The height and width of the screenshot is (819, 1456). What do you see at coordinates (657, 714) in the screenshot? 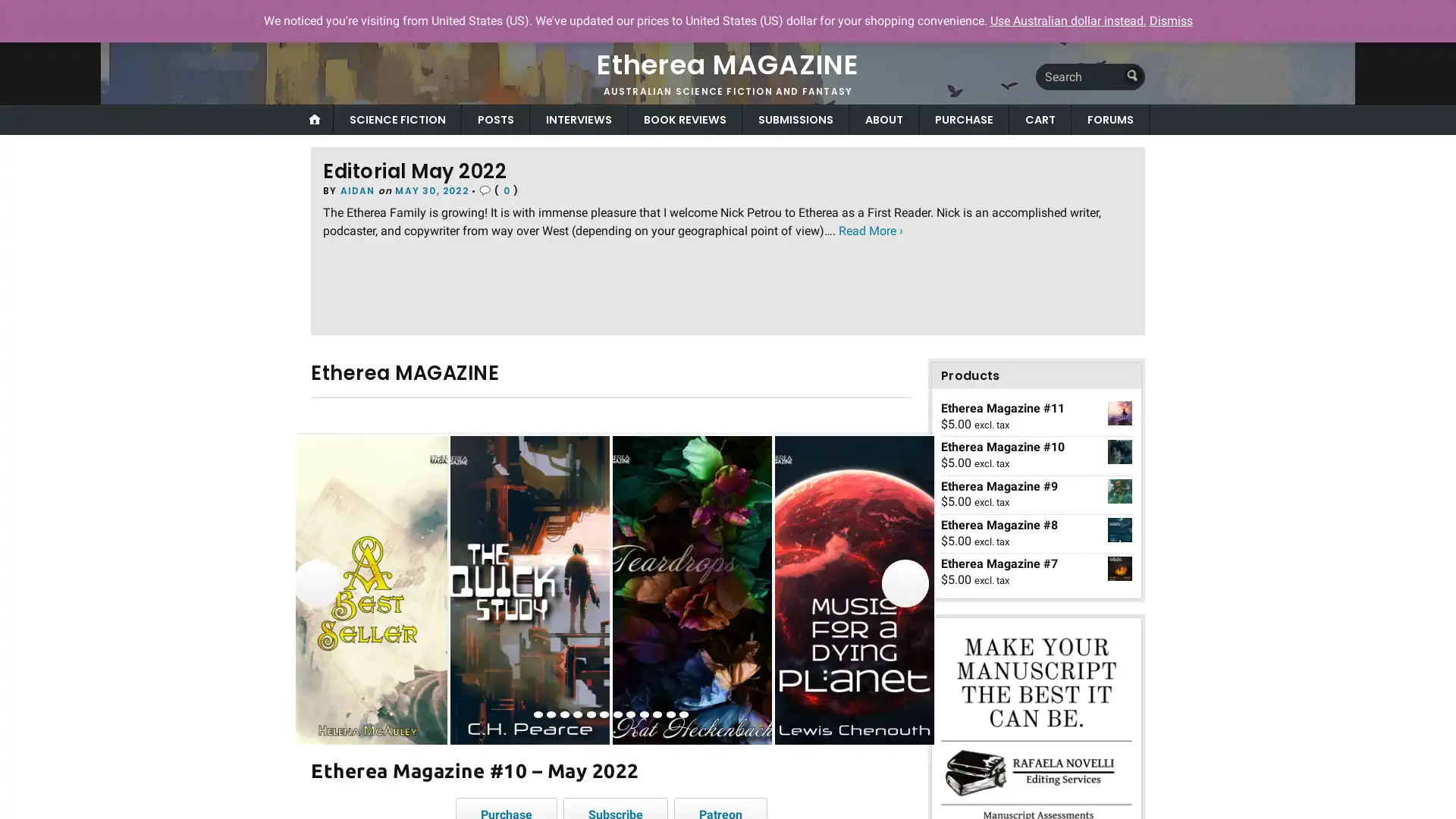
I see `view image 10 of 12 in carousel` at bounding box center [657, 714].